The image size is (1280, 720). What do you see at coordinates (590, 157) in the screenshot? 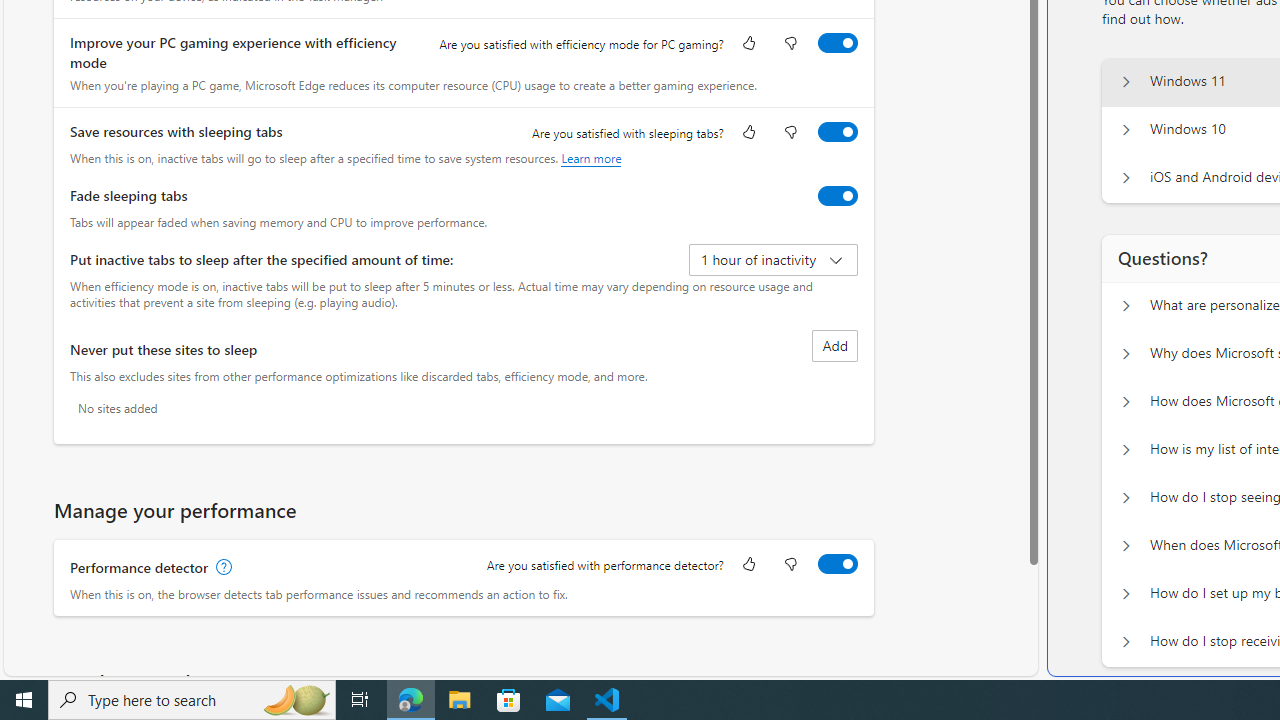
I see `'Learn more'` at bounding box center [590, 157].